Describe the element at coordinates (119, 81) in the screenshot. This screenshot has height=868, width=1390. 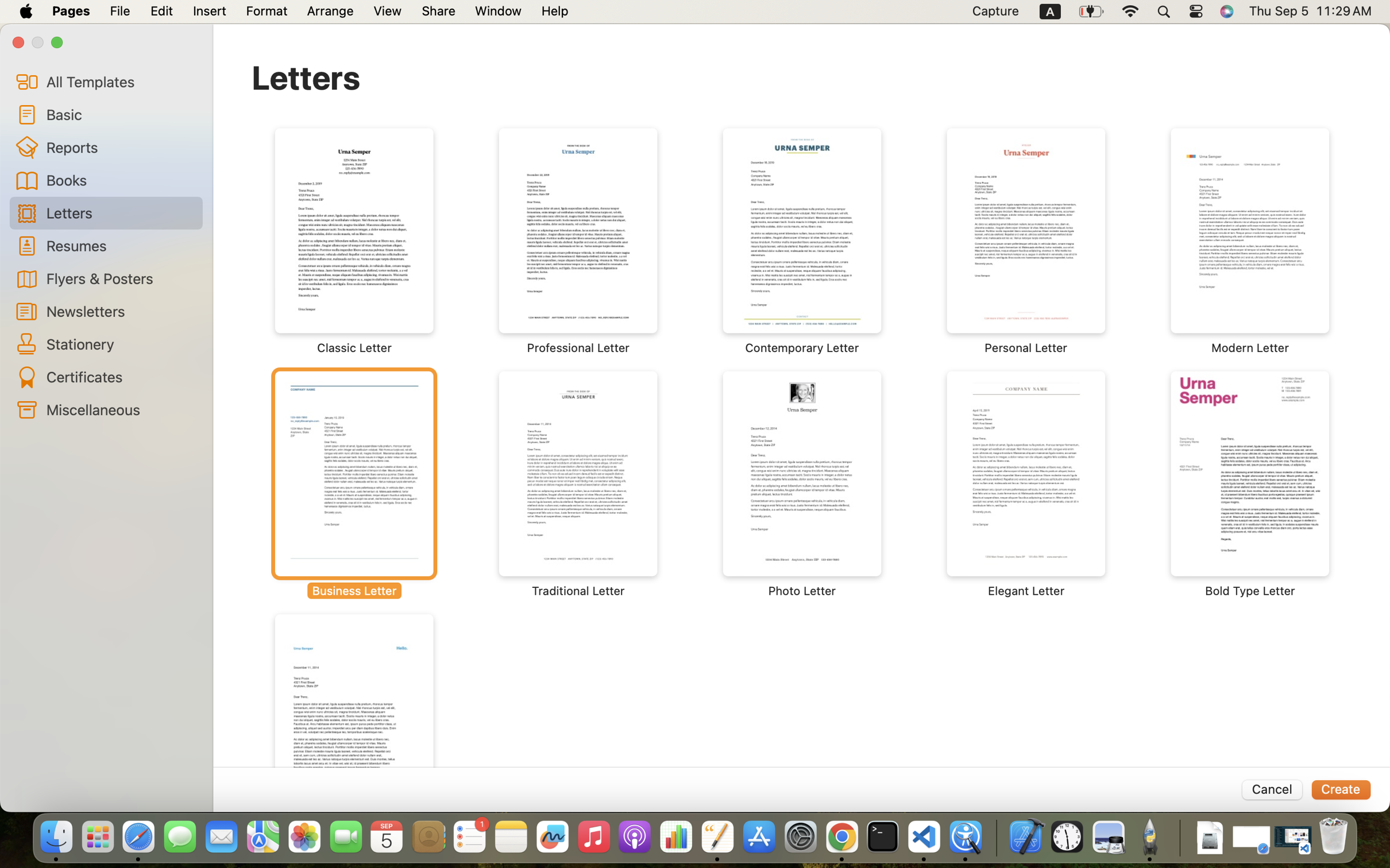
I see `'All Templates'` at that location.